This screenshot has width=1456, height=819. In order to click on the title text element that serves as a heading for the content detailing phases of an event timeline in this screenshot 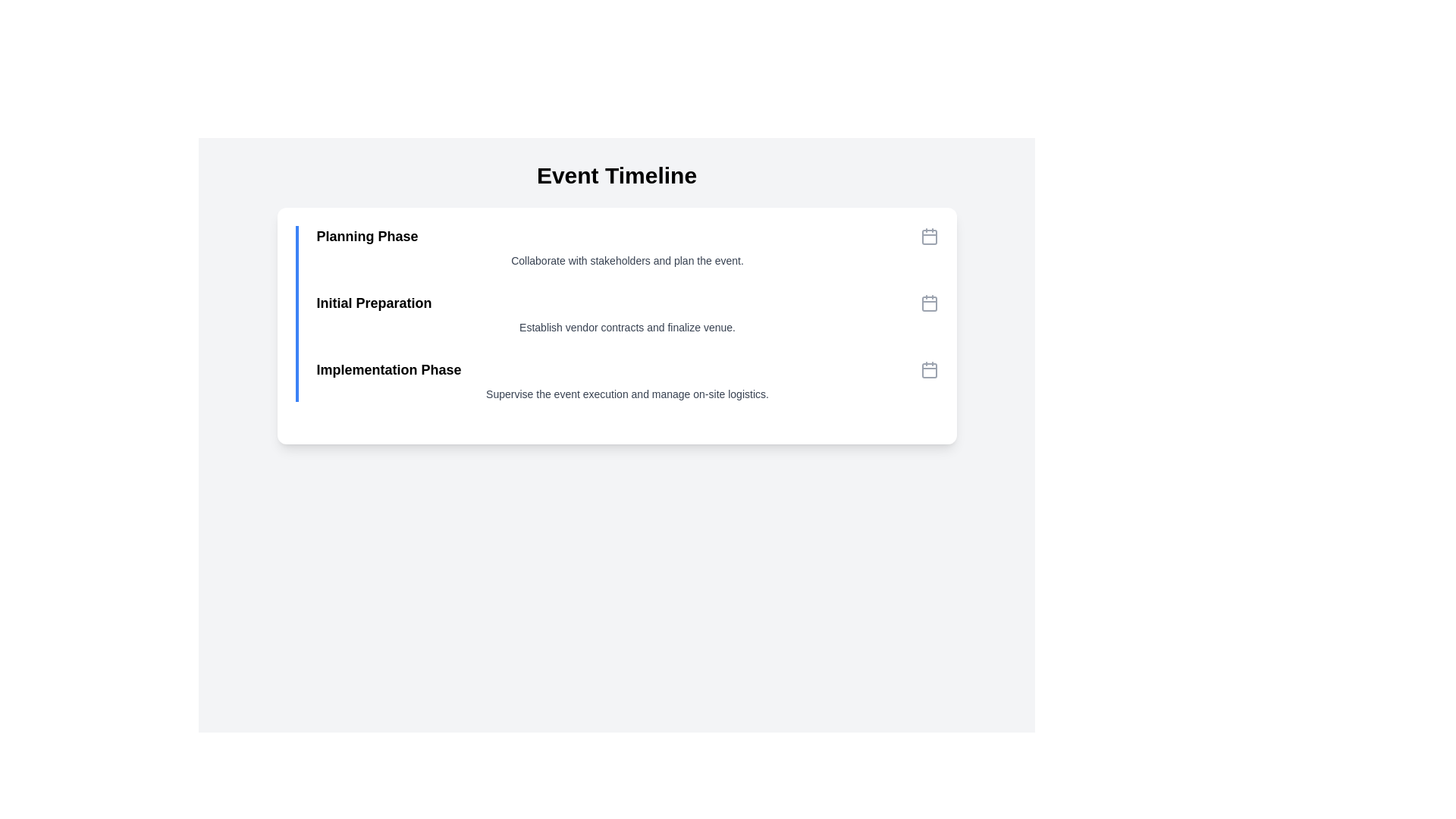, I will do `click(617, 174)`.